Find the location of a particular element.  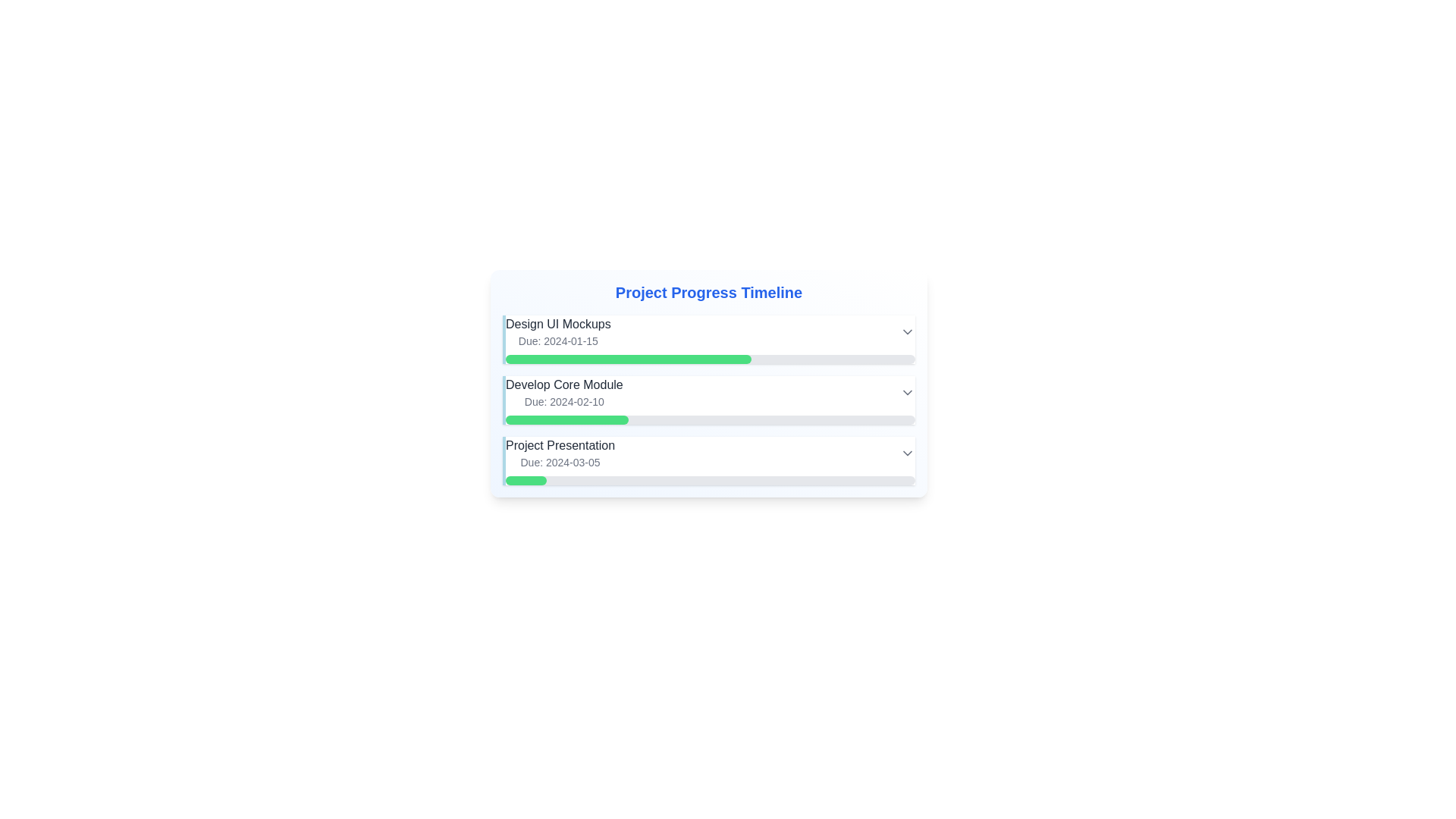

the gray chevron-shaped dropdown trigger icon located on the far right side of the 'Develop Core Module' task row is located at coordinates (907, 391).